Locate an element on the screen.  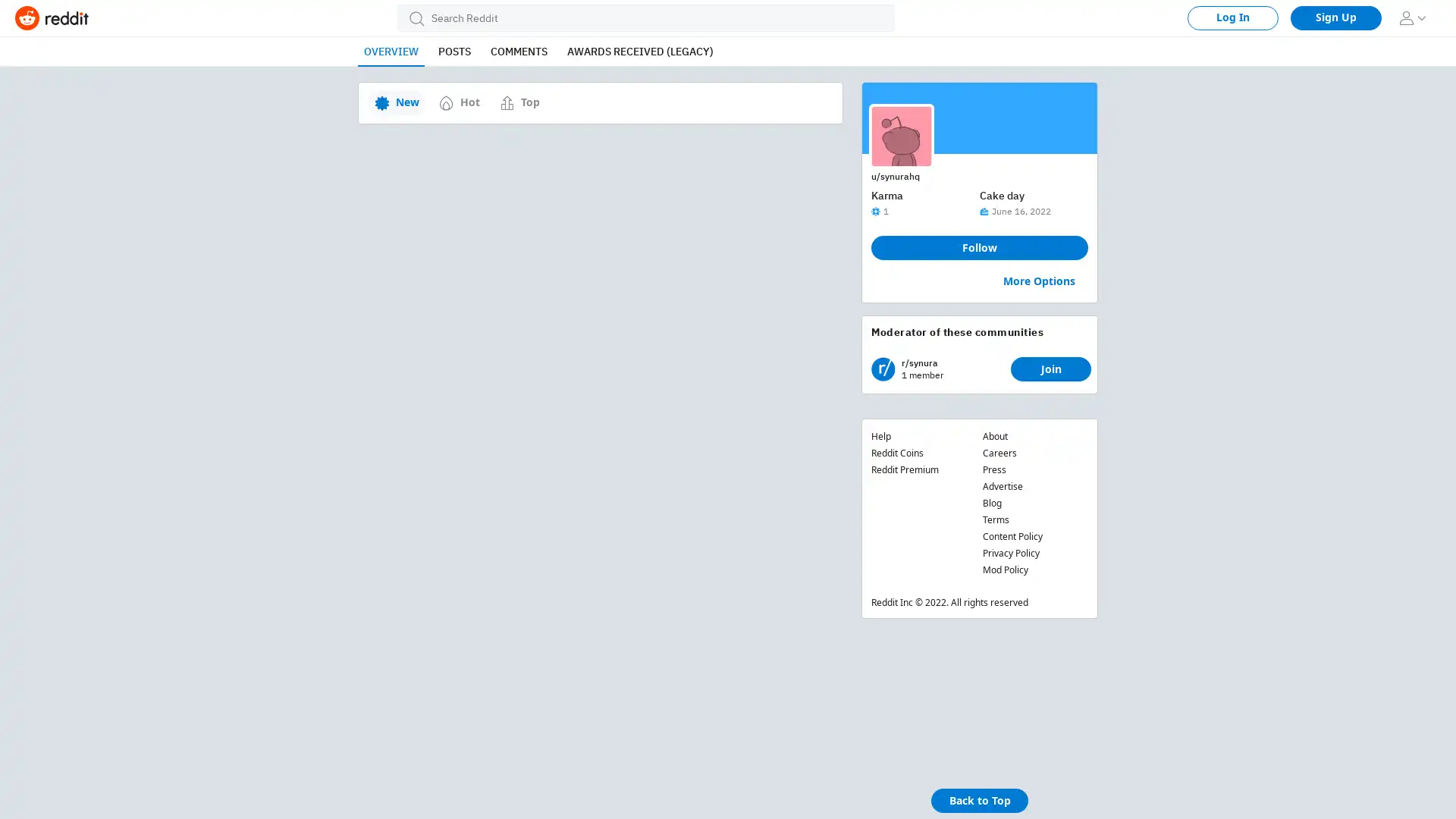
Hot is located at coordinates (458, 102).